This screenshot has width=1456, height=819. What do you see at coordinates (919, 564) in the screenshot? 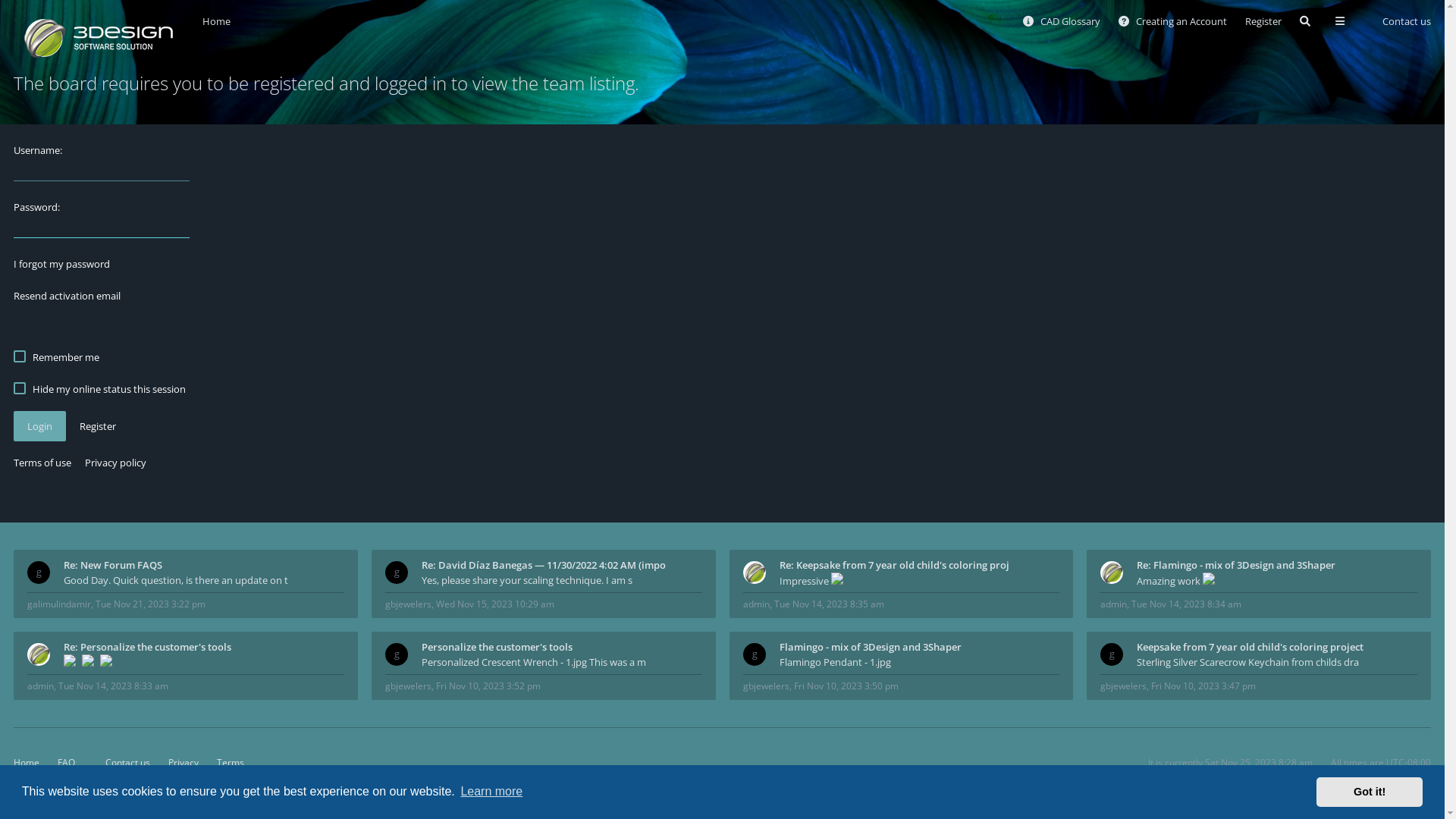
I see `'Re: Keepsake from 7 year old child's coloring proj'` at bounding box center [919, 564].